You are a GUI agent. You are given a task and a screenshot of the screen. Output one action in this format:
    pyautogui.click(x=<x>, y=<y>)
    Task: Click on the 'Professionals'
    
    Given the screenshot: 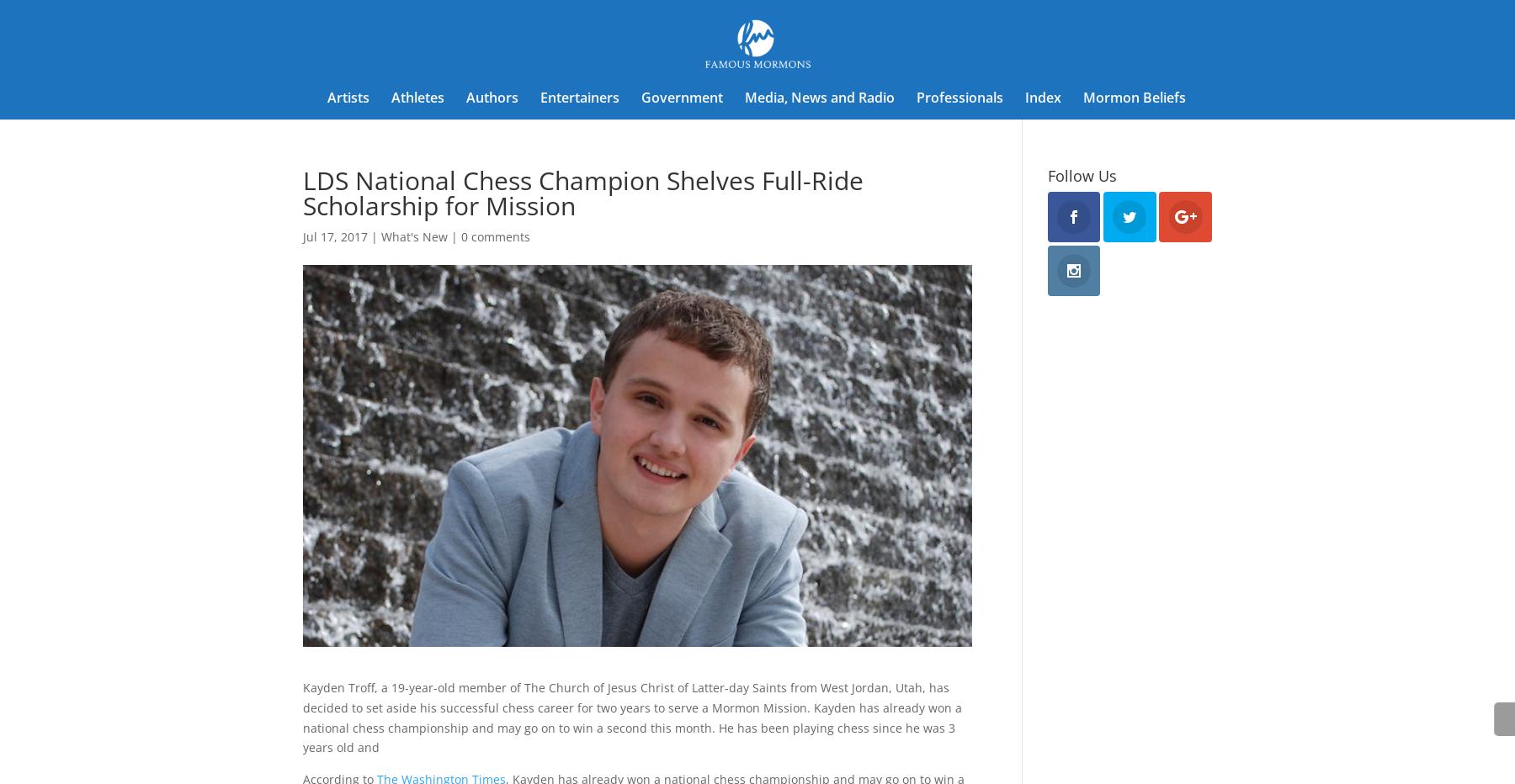 What is the action you would take?
    pyautogui.click(x=959, y=98)
    